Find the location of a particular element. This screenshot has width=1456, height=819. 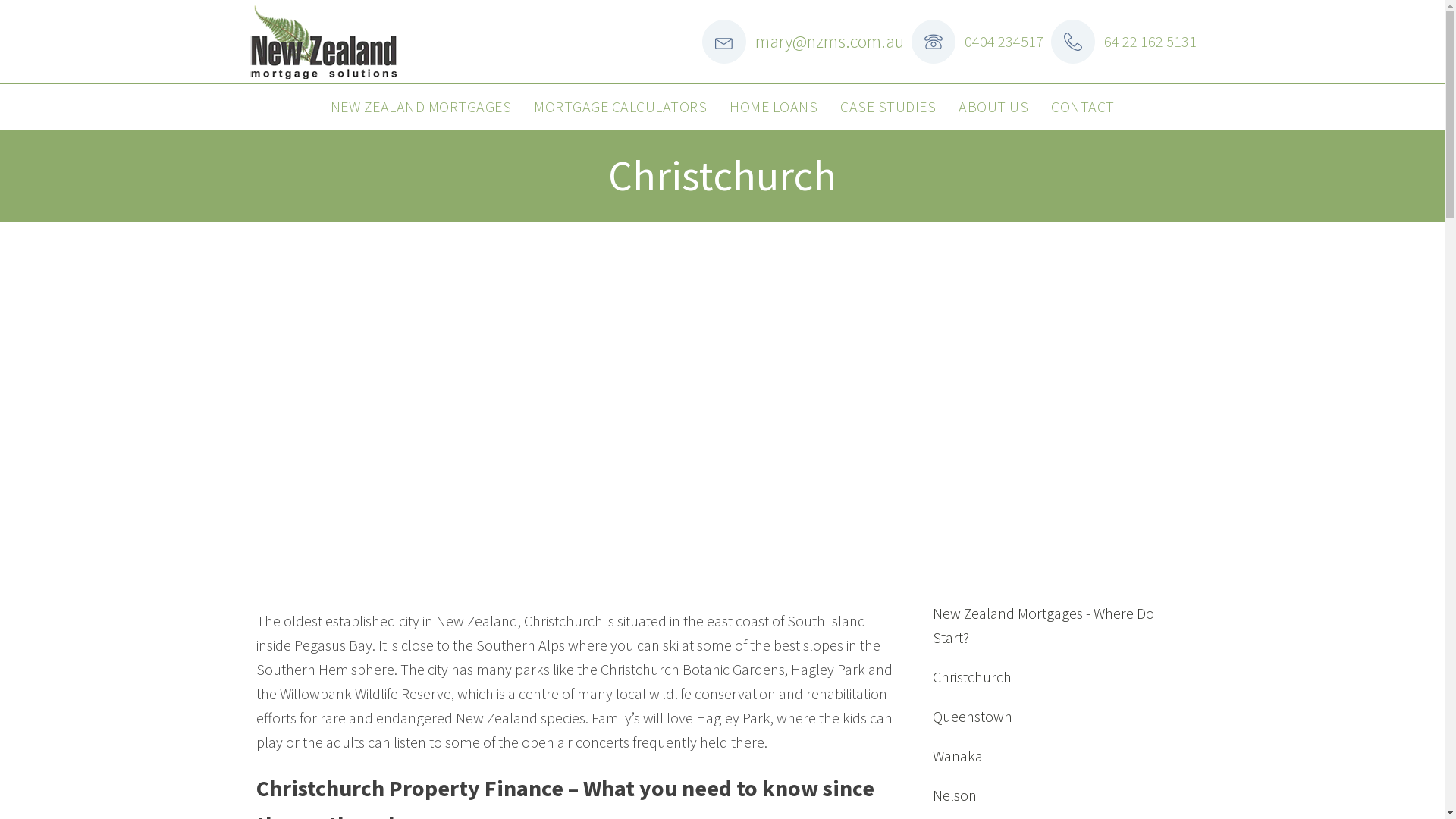

'Queenstown' is located at coordinates (972, 717).